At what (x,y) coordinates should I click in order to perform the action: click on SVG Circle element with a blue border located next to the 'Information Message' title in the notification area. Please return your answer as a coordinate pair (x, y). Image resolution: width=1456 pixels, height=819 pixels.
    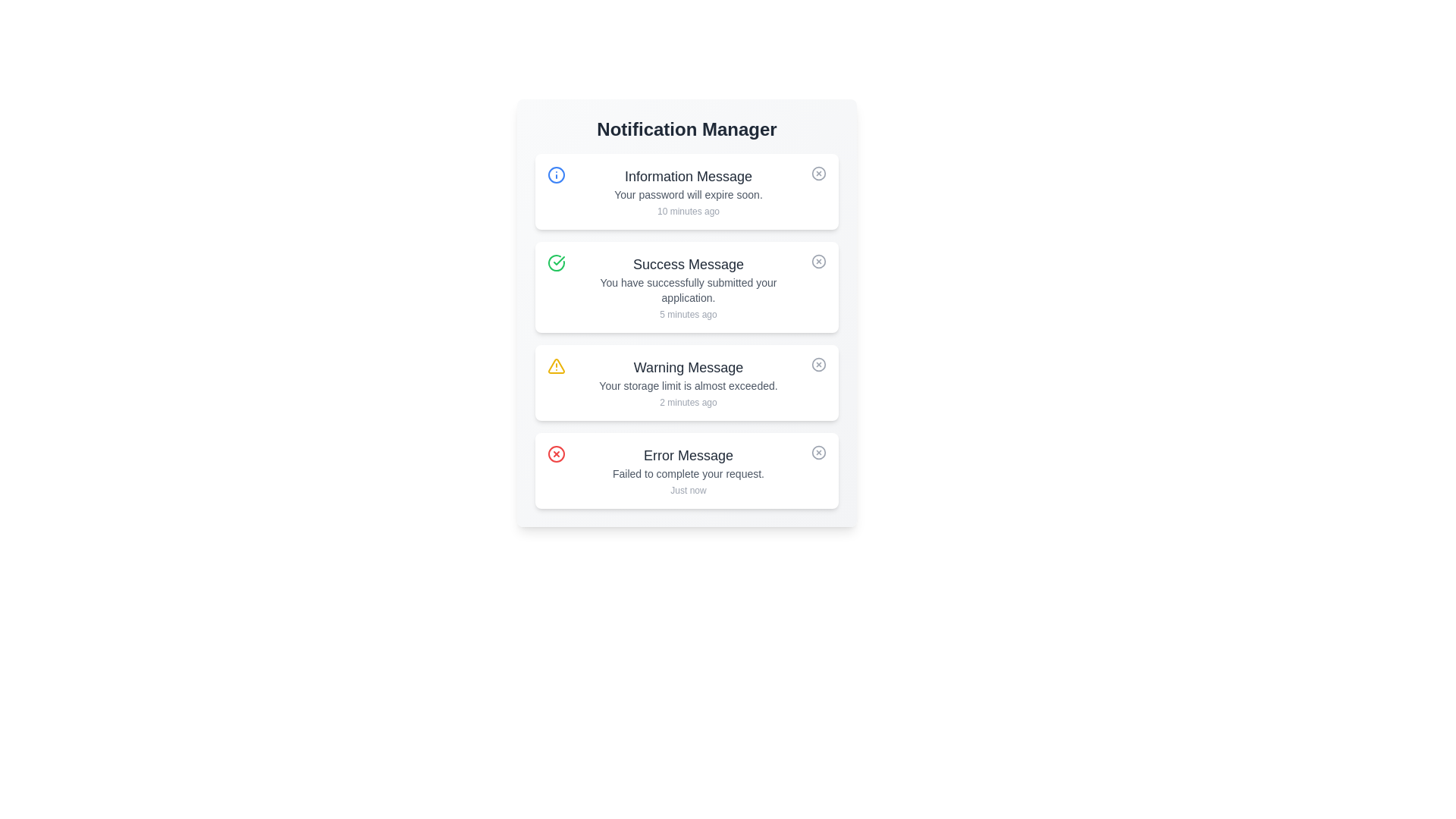
    Looking at the image, I should click on (556, 174).